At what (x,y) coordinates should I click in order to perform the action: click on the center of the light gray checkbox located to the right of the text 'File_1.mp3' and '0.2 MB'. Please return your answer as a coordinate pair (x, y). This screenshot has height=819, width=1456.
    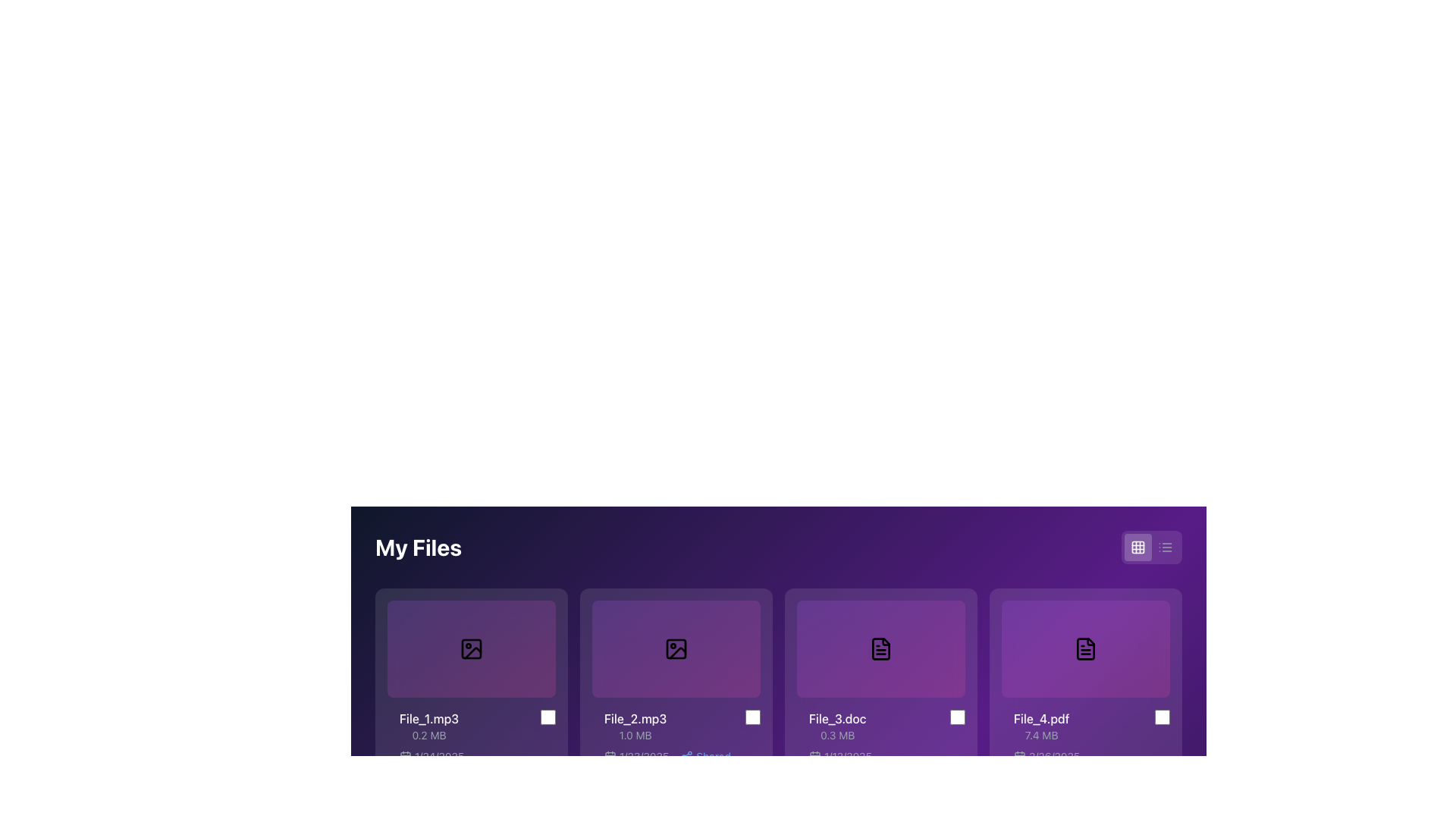
    Looking at the image, I should click on (548, 717).